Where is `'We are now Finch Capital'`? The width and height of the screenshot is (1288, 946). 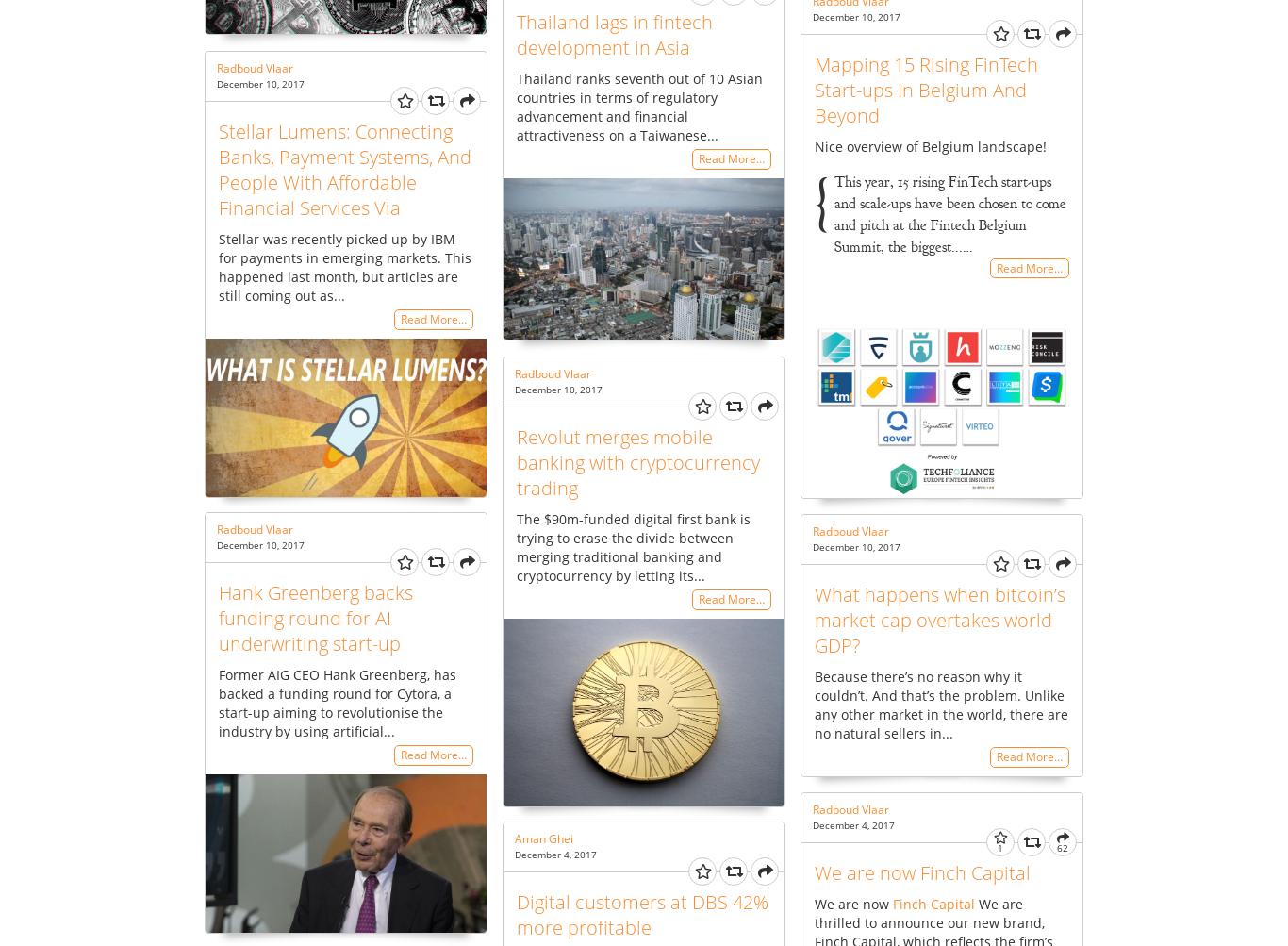 'We are now Finch Capital' is located at coordinates (922, 871).